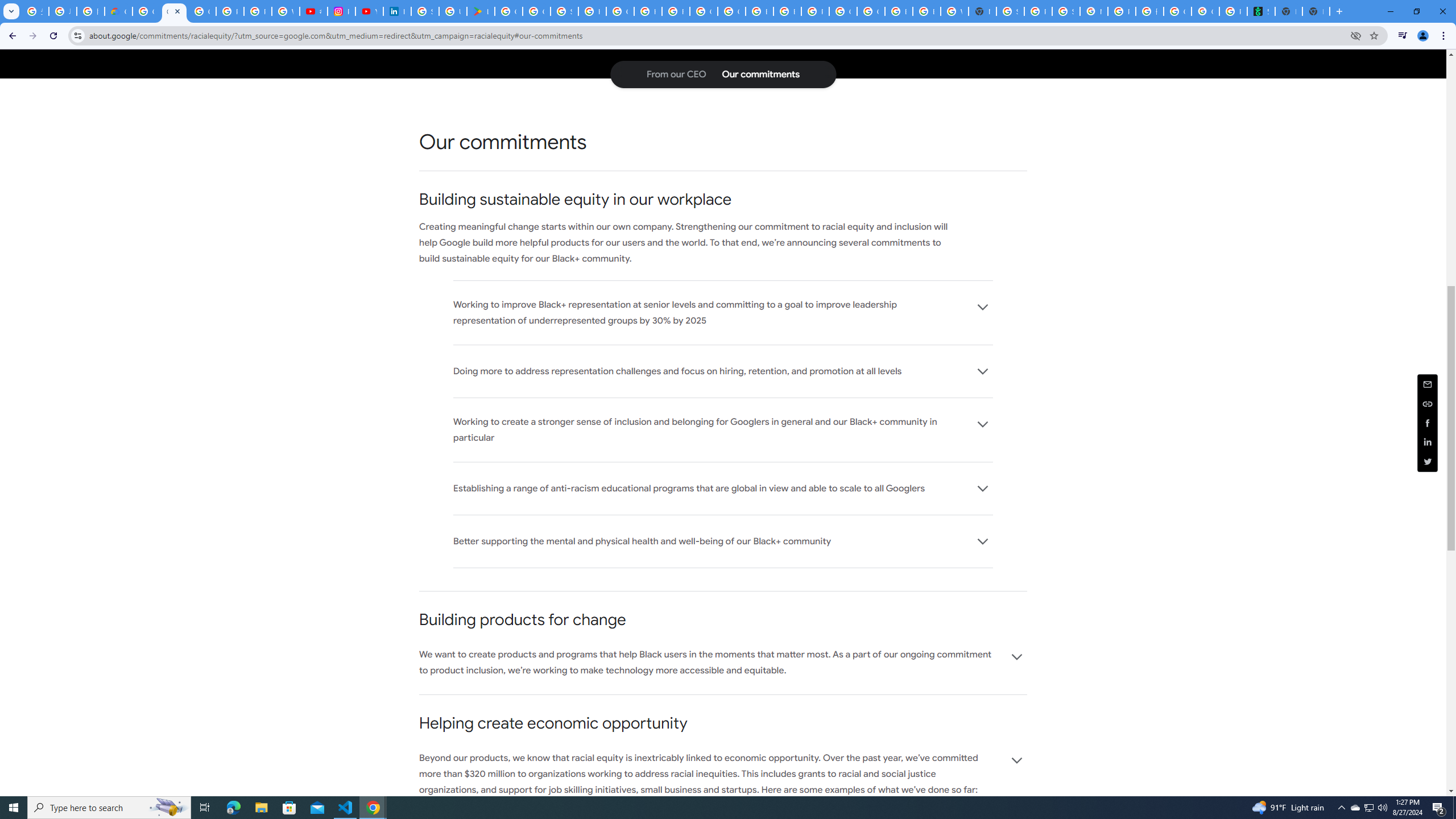  Describe the element at coordinates (676, 74) in the screenshot. I see `'From our CEO: Jump to page section'` at that location.